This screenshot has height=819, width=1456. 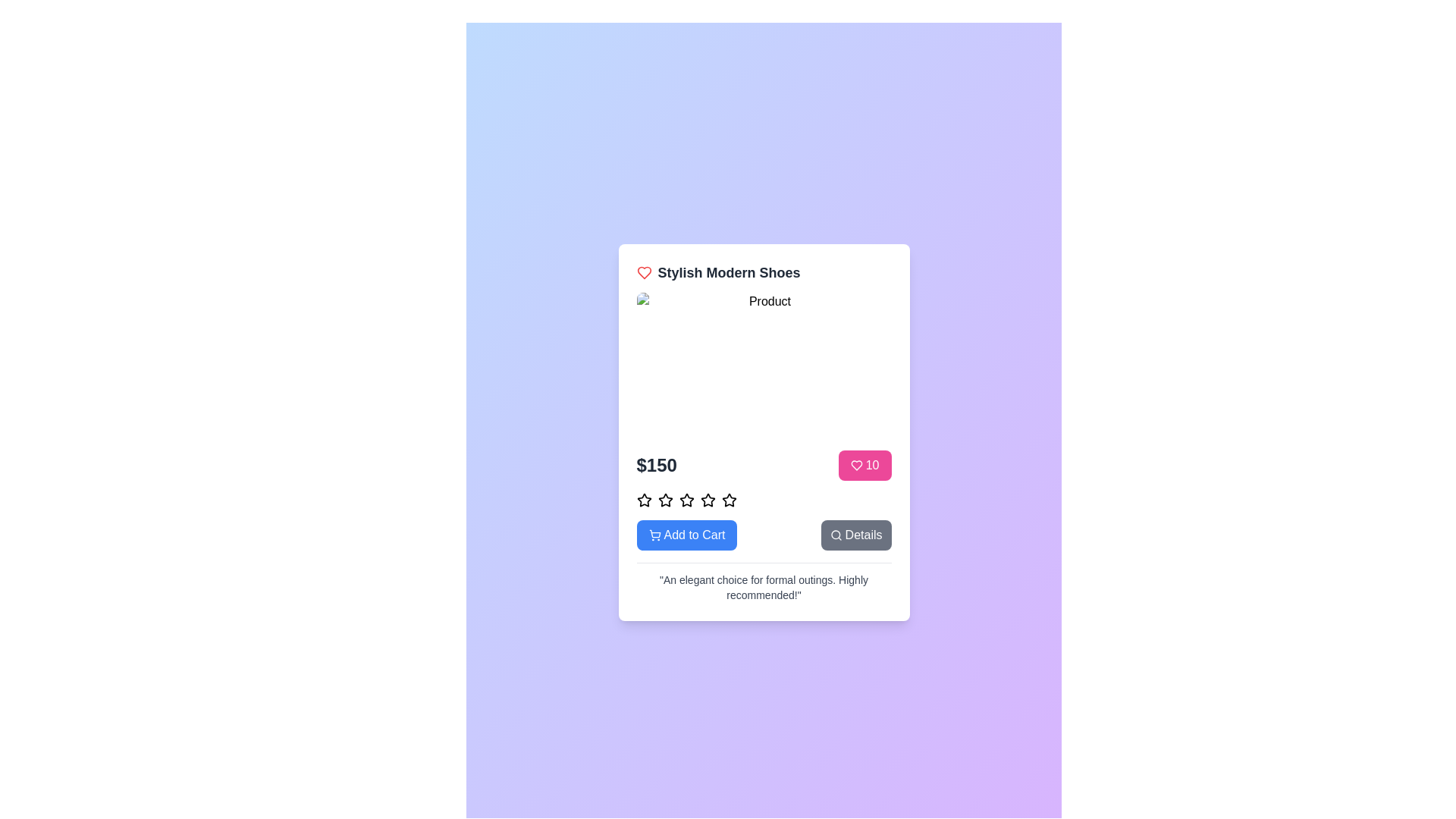 What do you see at coordinates (834, 533) in the screenshot?
I see `the circular area of the SVG Circle Element, which is part of the magnifying glass icon located in the top-right corner of the search icon` at bounding box center [834, 533].